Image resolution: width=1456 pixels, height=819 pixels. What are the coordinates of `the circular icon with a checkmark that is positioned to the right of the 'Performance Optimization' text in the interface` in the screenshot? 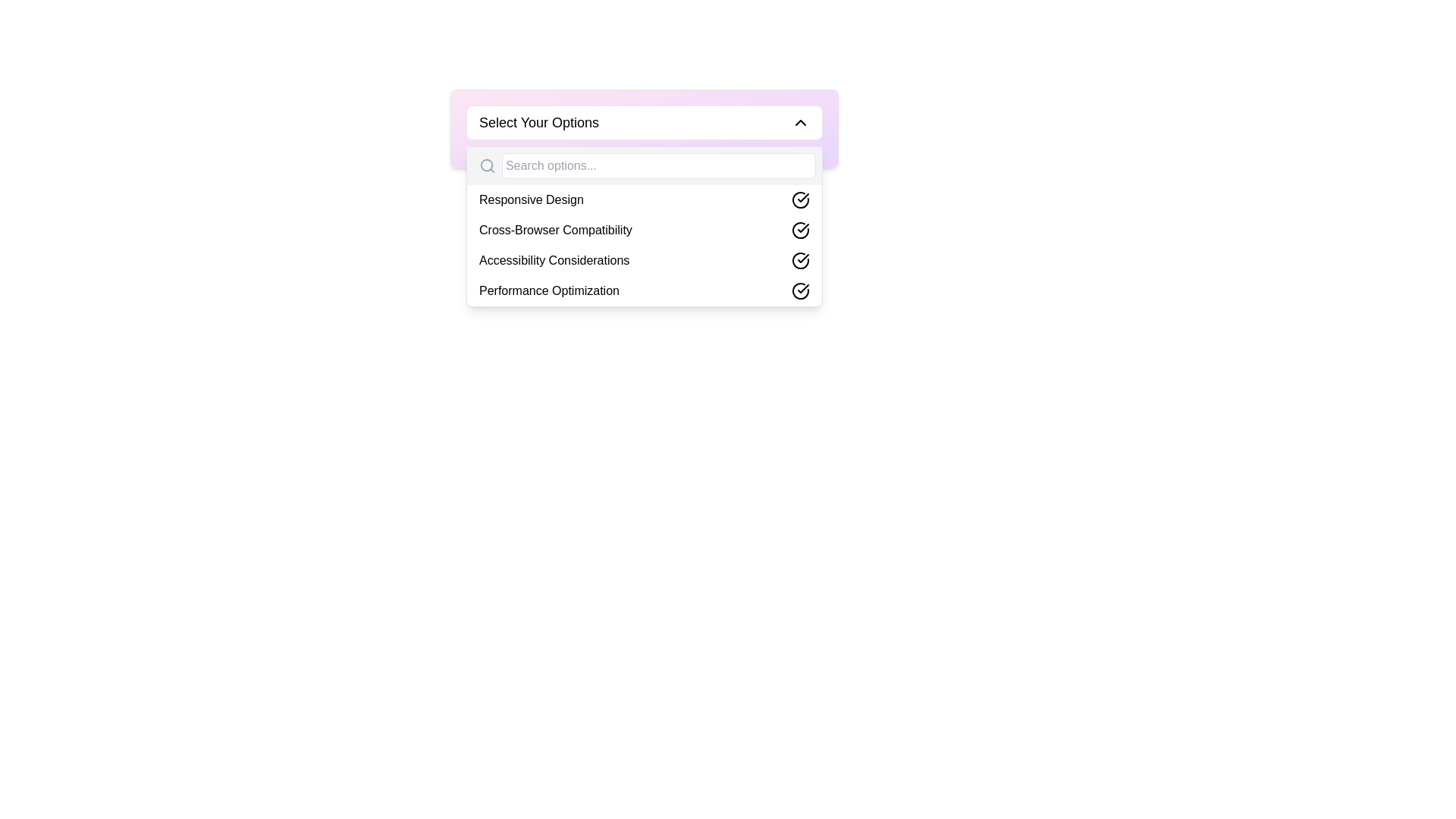 It's located at (800, 291).